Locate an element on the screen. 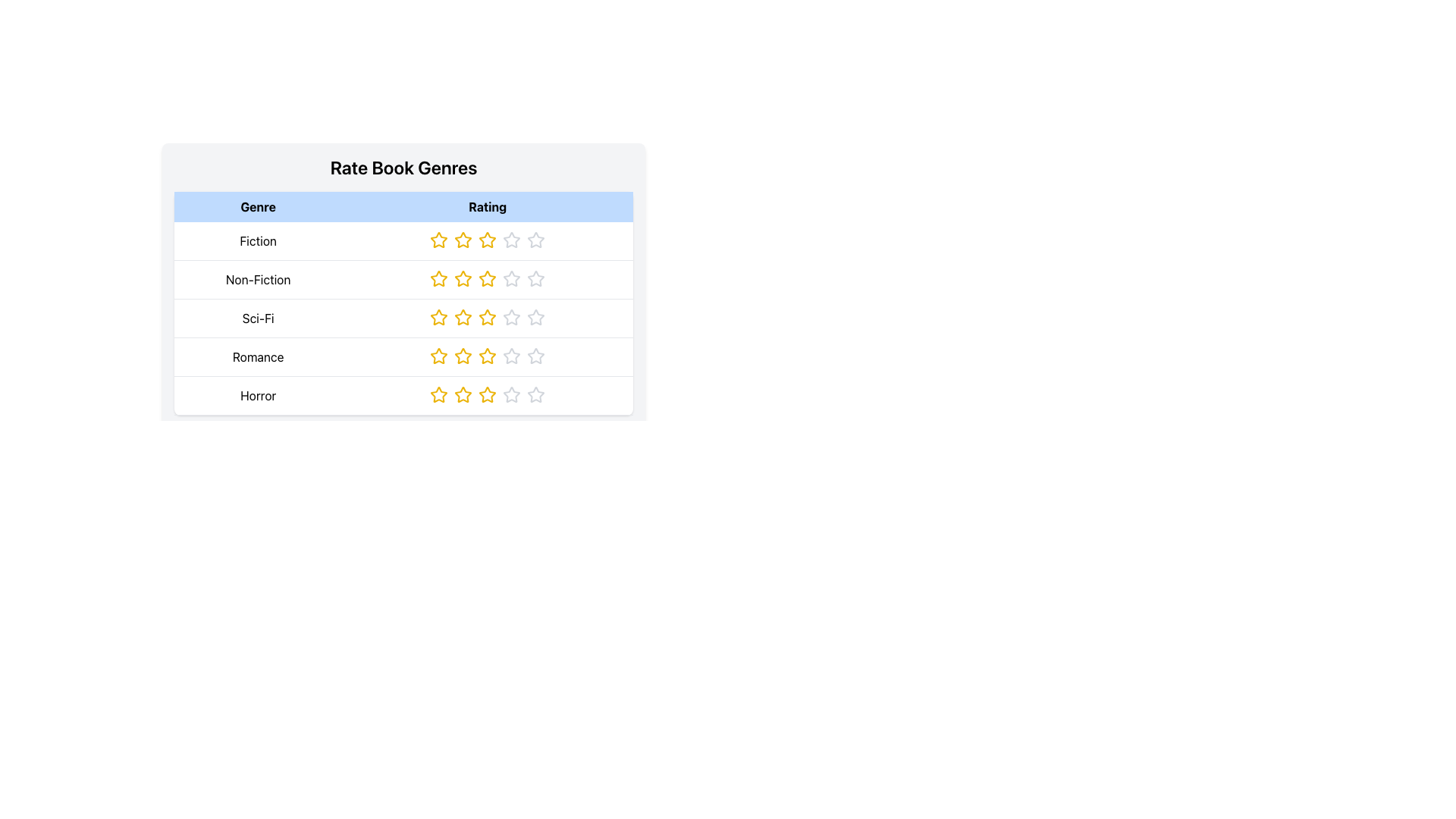 This screenshot has width=1456, height=819. the fourth star-shaped icon in the 'Rating' column of the 'Romance' row to rate it is located at coordinates (512, 356).